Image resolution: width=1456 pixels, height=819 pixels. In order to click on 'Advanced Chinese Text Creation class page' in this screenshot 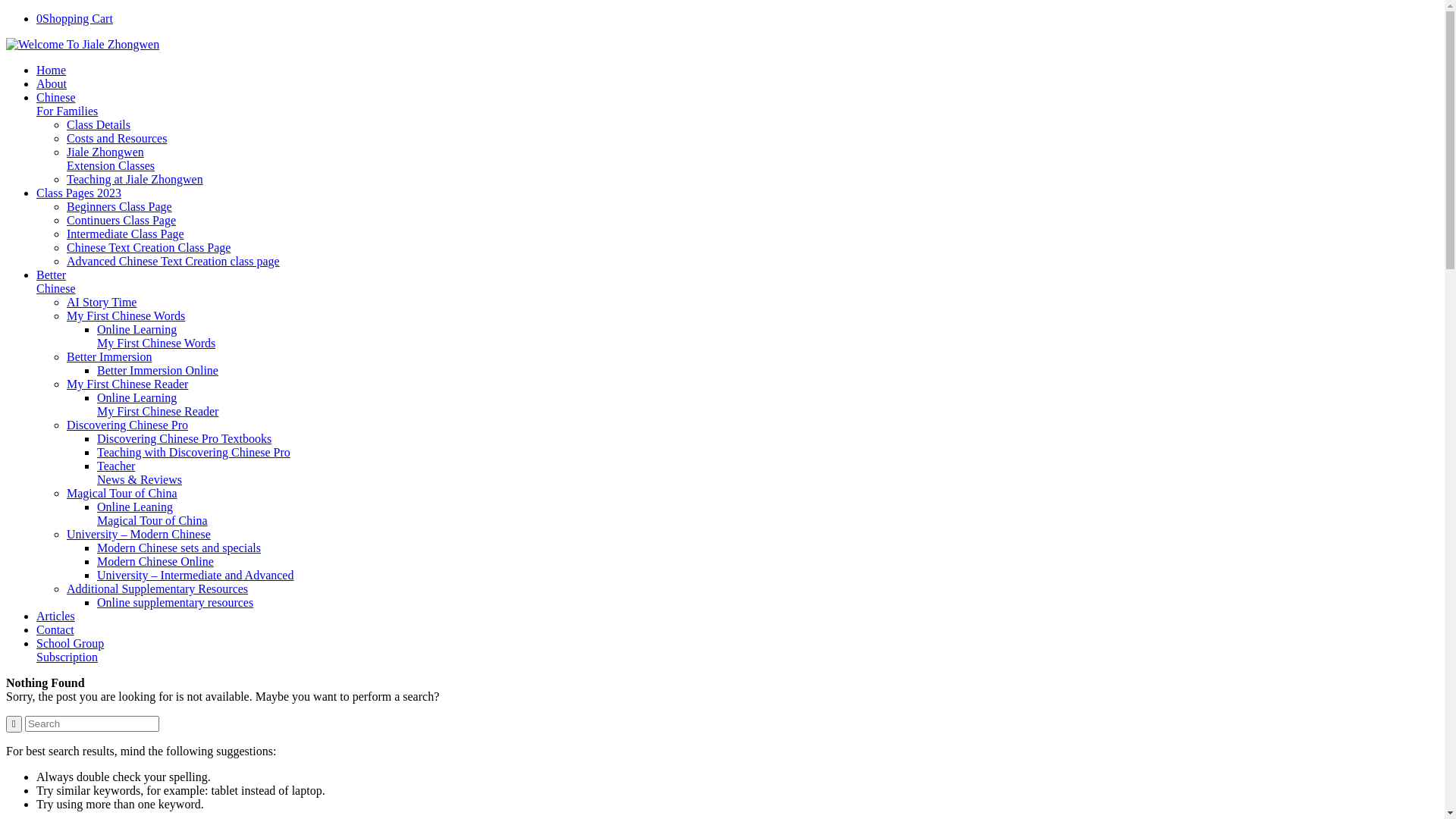, I will do `click(173, 260)`.